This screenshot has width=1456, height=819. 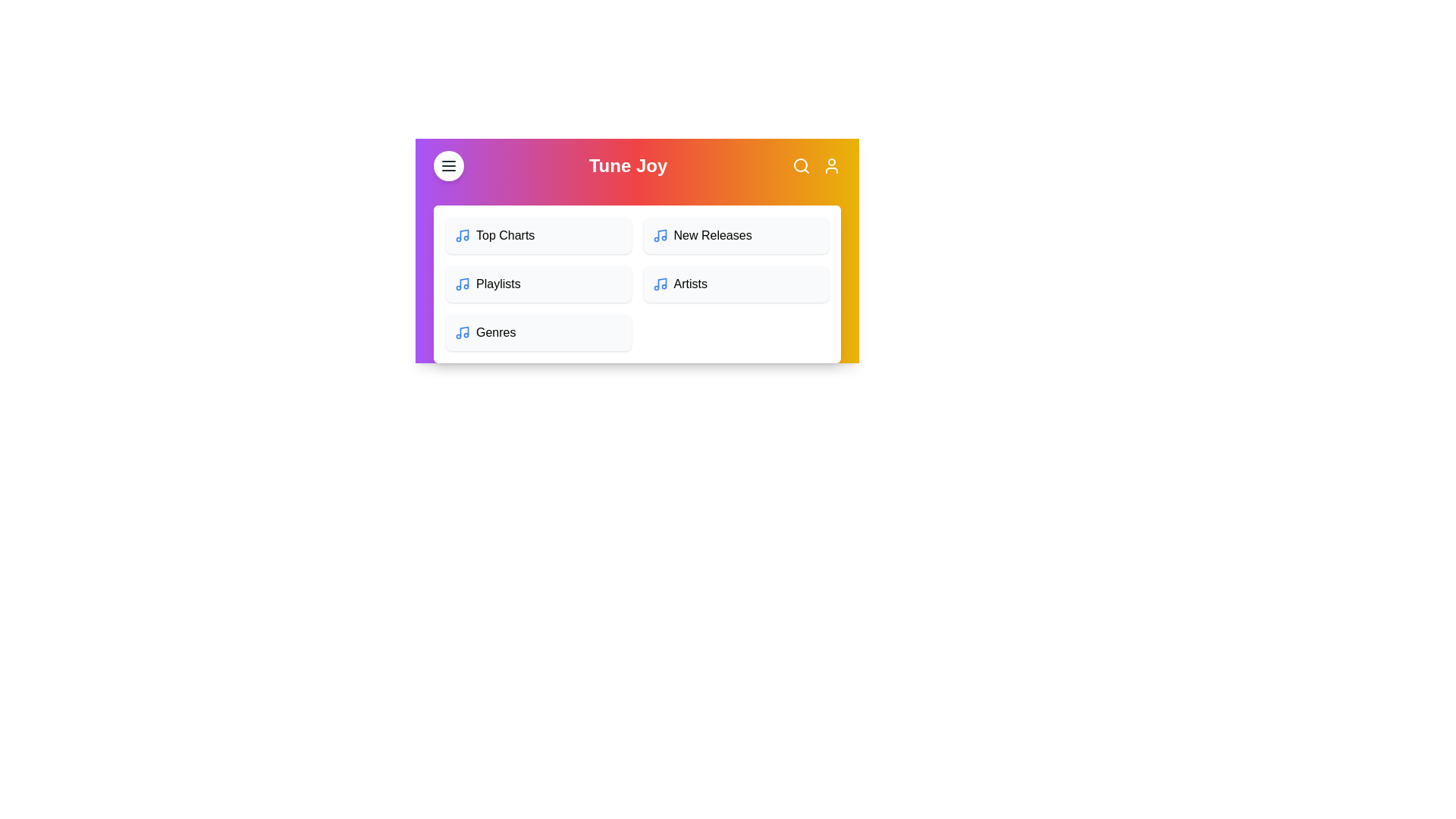 What do you see at coordinates (538, 284) in the screenshot?
I see `the menu item Playlists to navigate` at bounding box center [538, 284].